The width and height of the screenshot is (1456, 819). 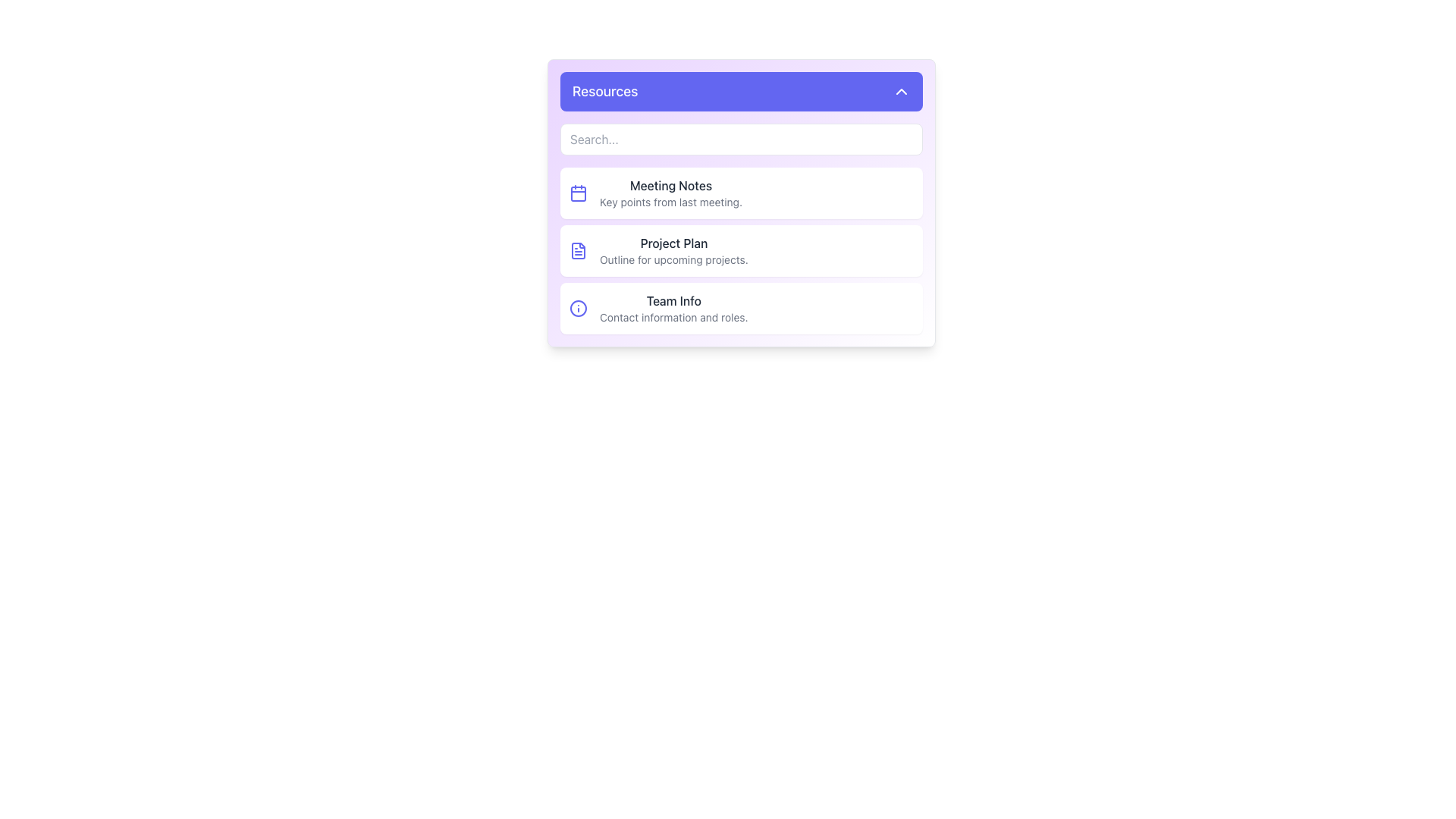 What do you see at coordinates (742, 91) in the screenshot?
I see `the prominent indigo rectangular button labeled 'Resources' to observe any visual effects` at bounding box center [742, 91].